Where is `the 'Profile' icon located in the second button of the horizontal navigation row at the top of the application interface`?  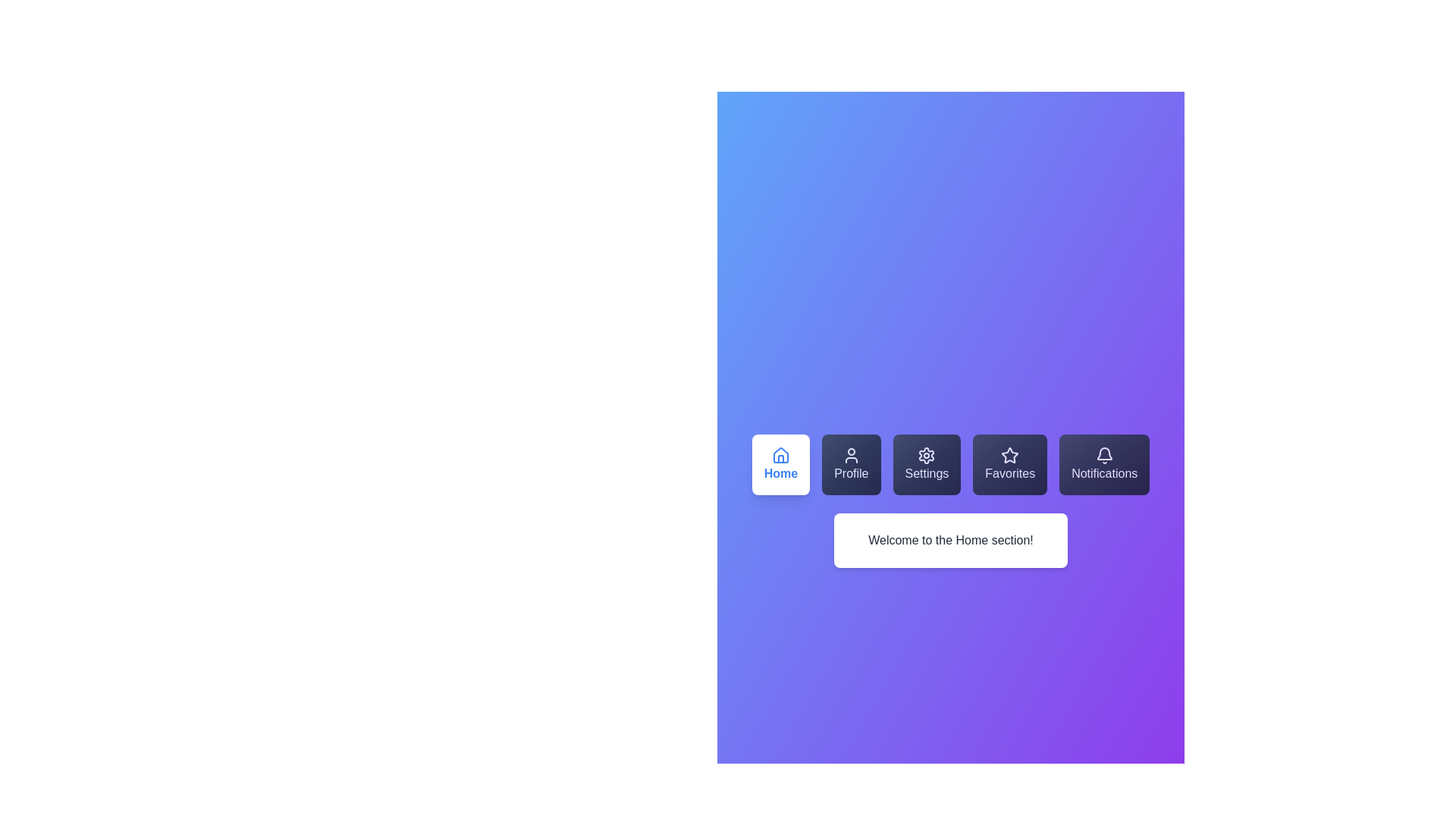
the 'Profile' icon located in the second button of the horizontal navigation row at the top of the application interface is located at coordinates (851, 455).